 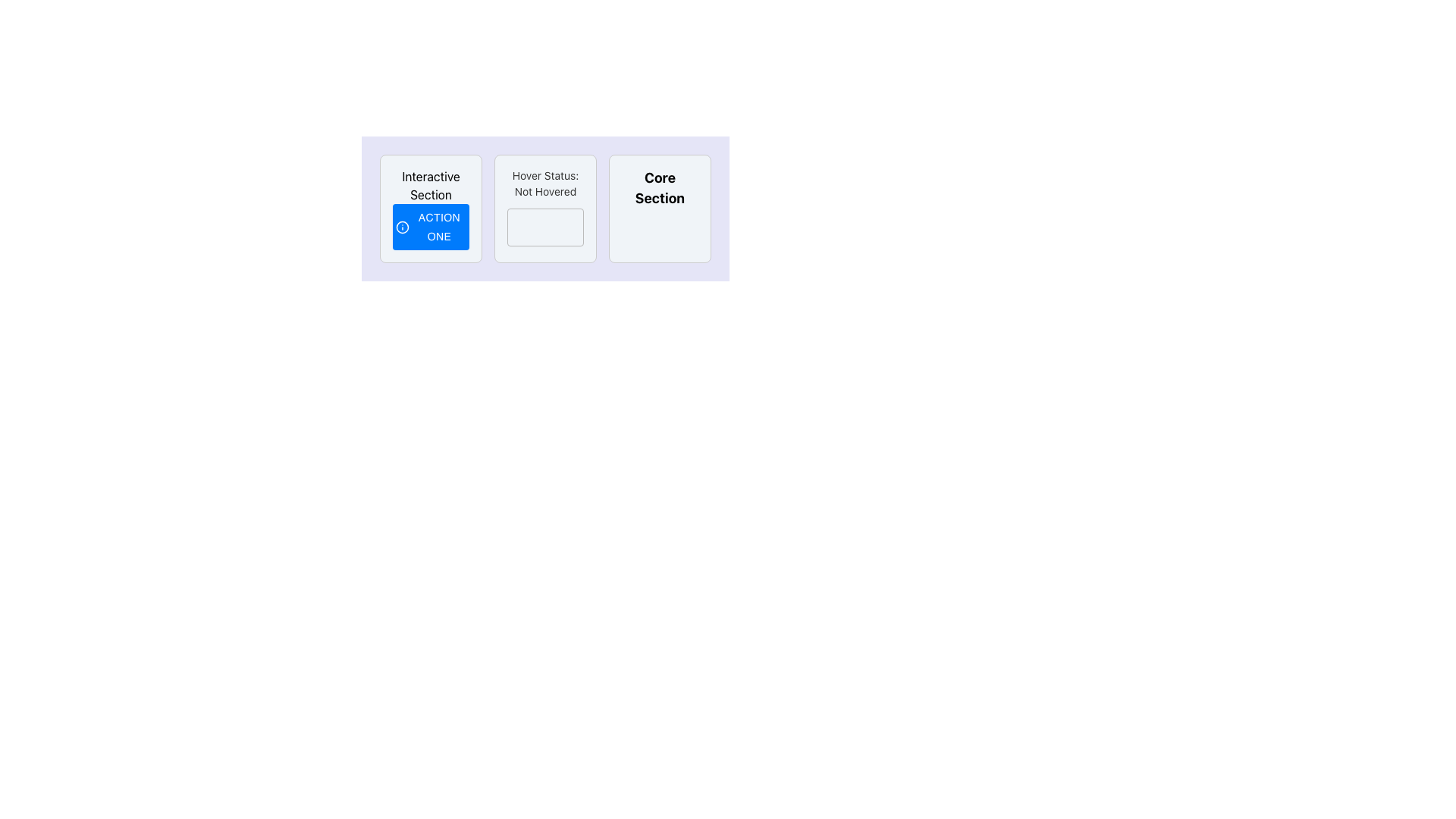 What do you see at coordinates (545, 209) in the screenshot?
I see `the Informational panel displaying 'Hover Status: Not Hovered', located in the middle column between 'Interactive Section' and 'Core Section'` at bounding box center [545, 209].